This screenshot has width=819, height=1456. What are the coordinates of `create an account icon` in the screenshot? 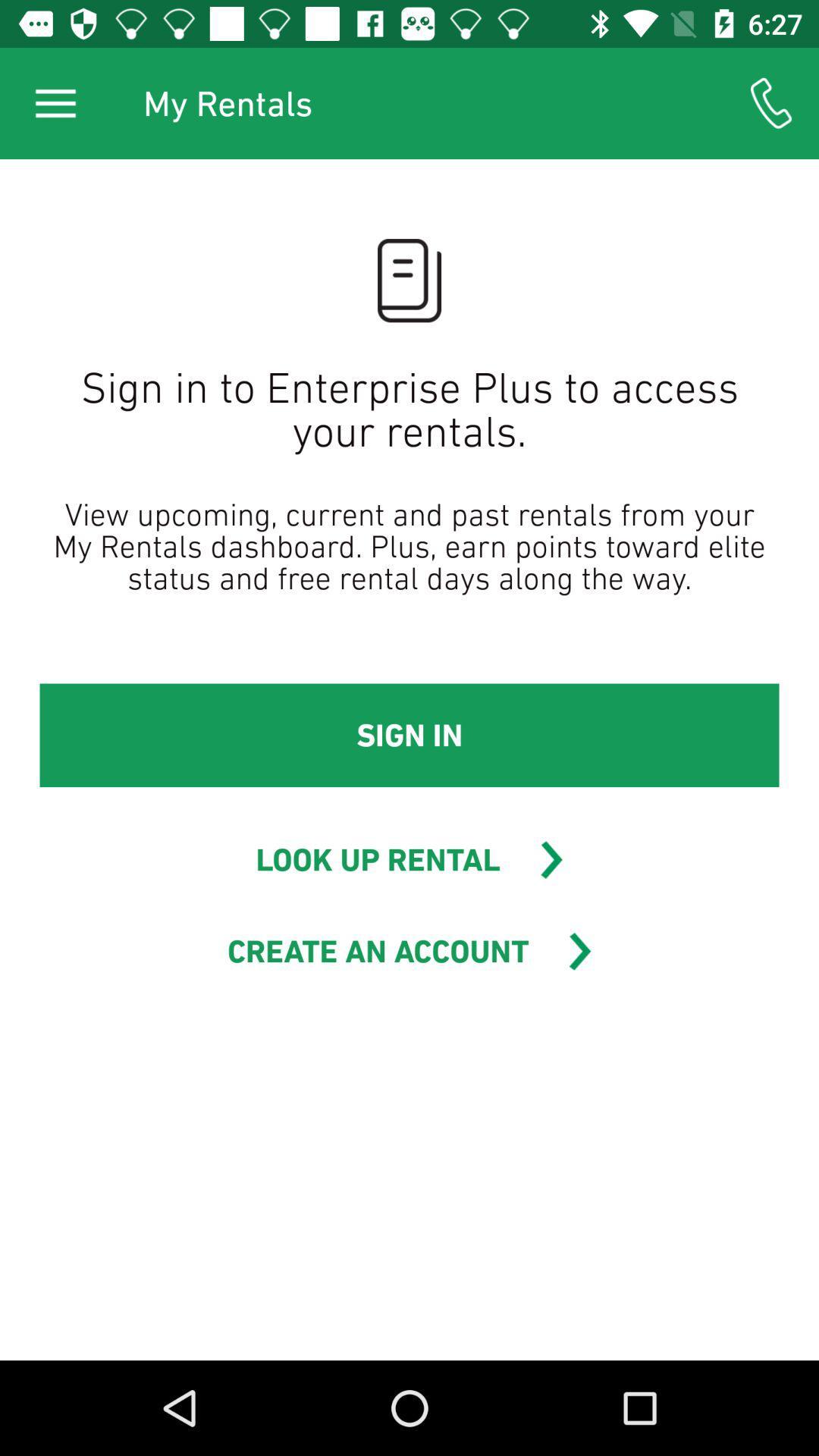 It's located at (377, 950).